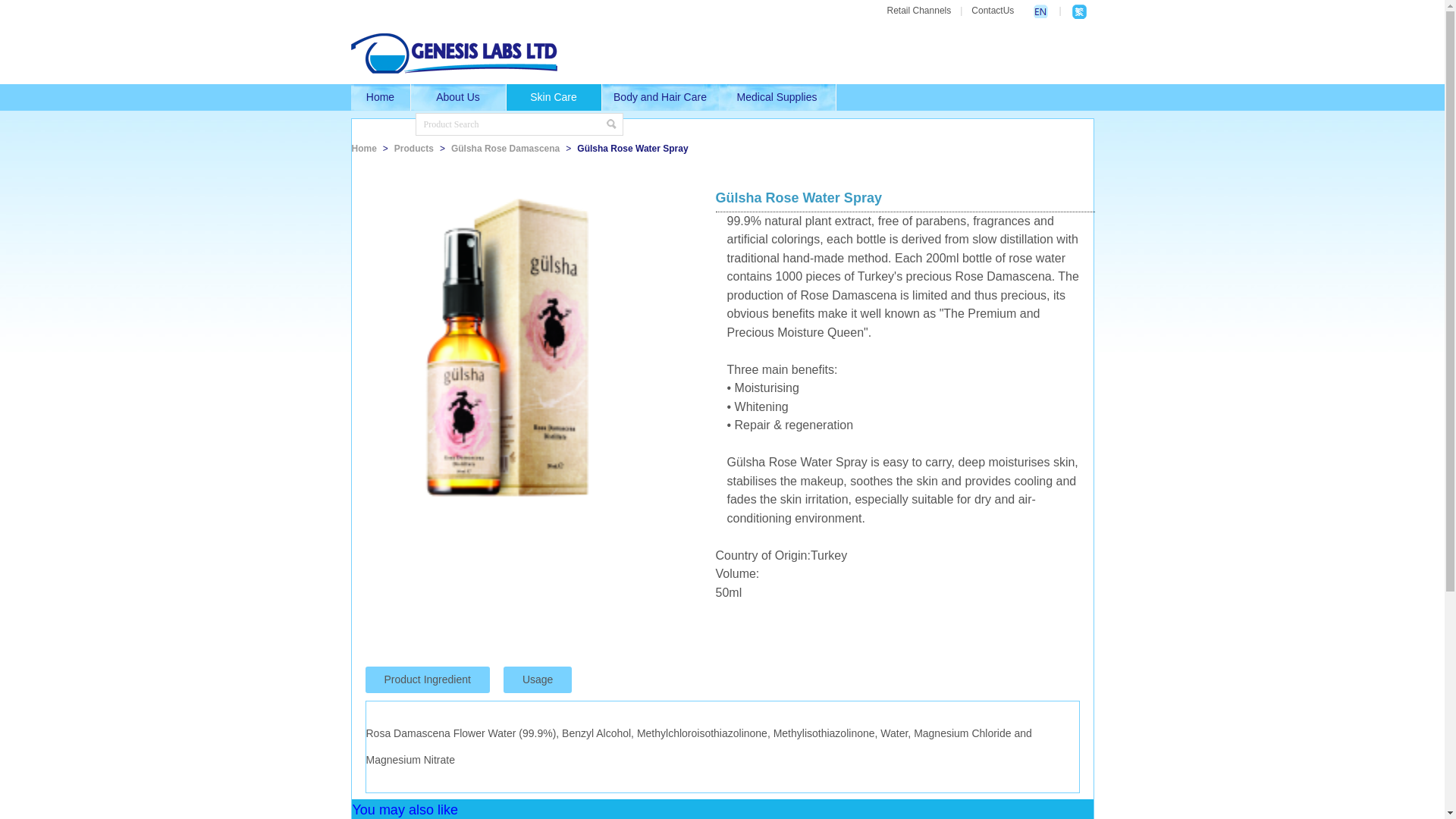 Image resolution: width=1456 pixels, height=819 pixels. I want to click on 'Retail Channels', so click(918, 11).